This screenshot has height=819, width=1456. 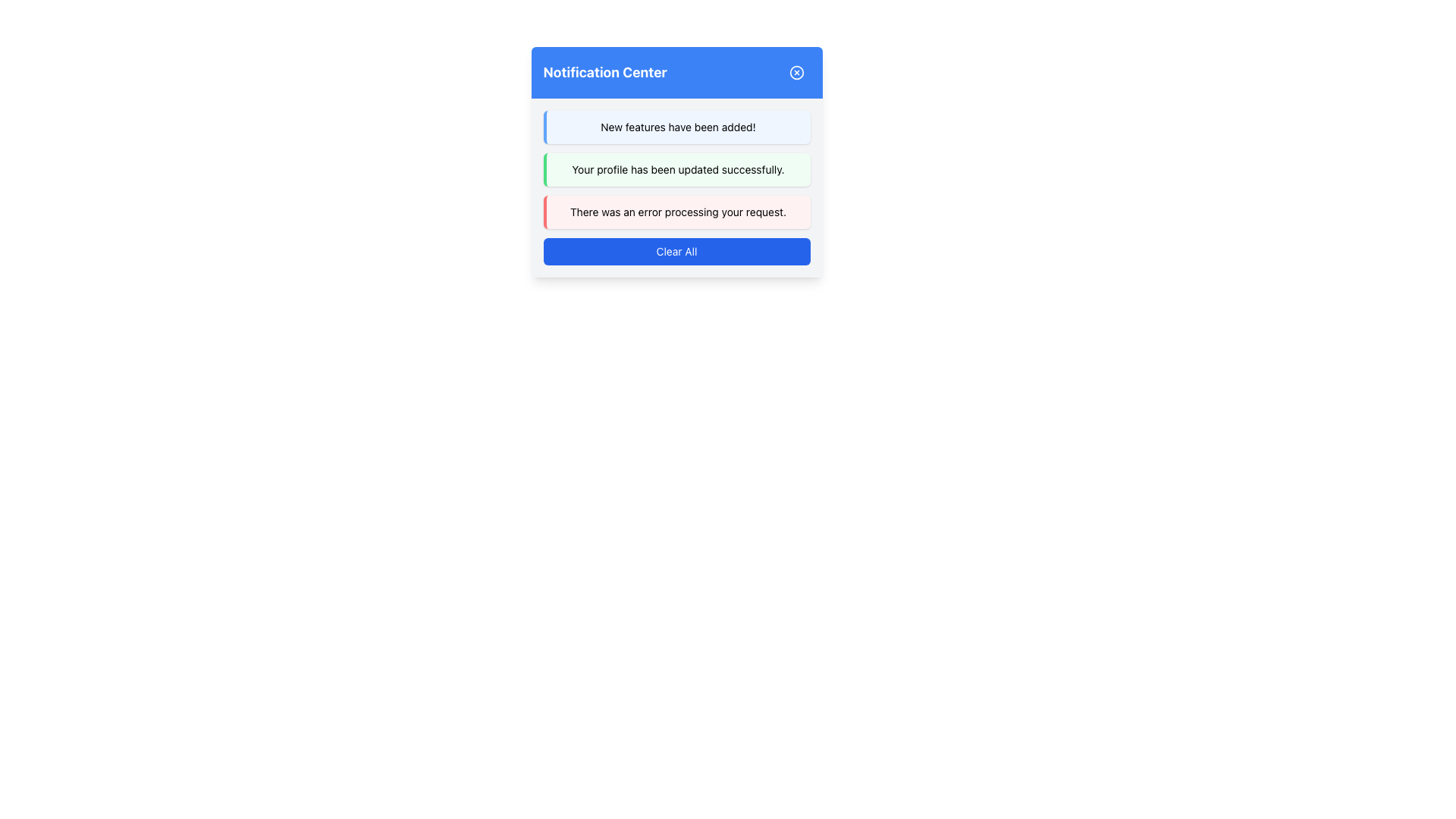 What do you see at coordinates (604, 73) in the screenshot?
I see `bold text label displaying 'Notification Center' located at the top left of the blue panel` at bounding box center [604, 73].